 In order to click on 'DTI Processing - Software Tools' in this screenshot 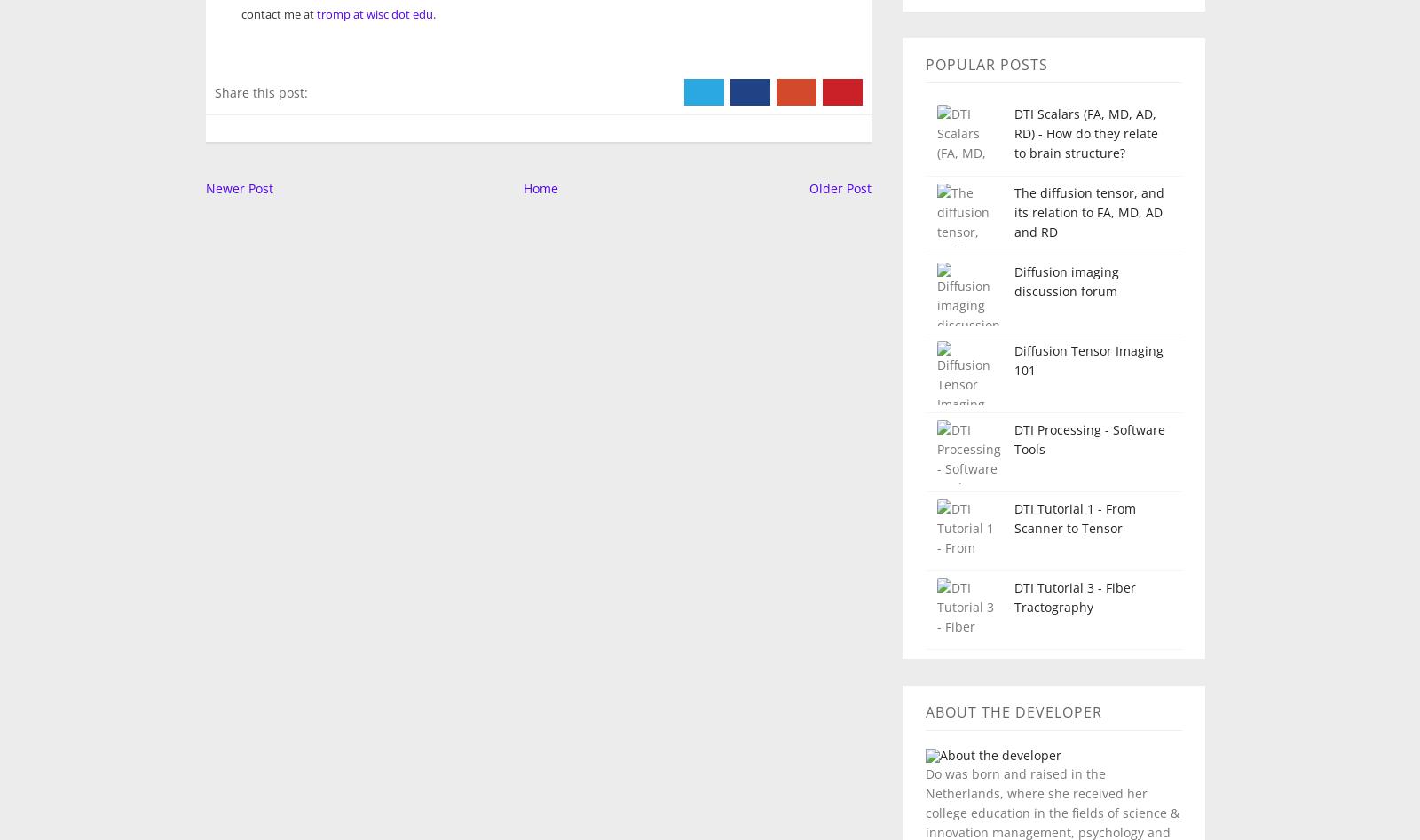, I will do `click(1013, 438)`.